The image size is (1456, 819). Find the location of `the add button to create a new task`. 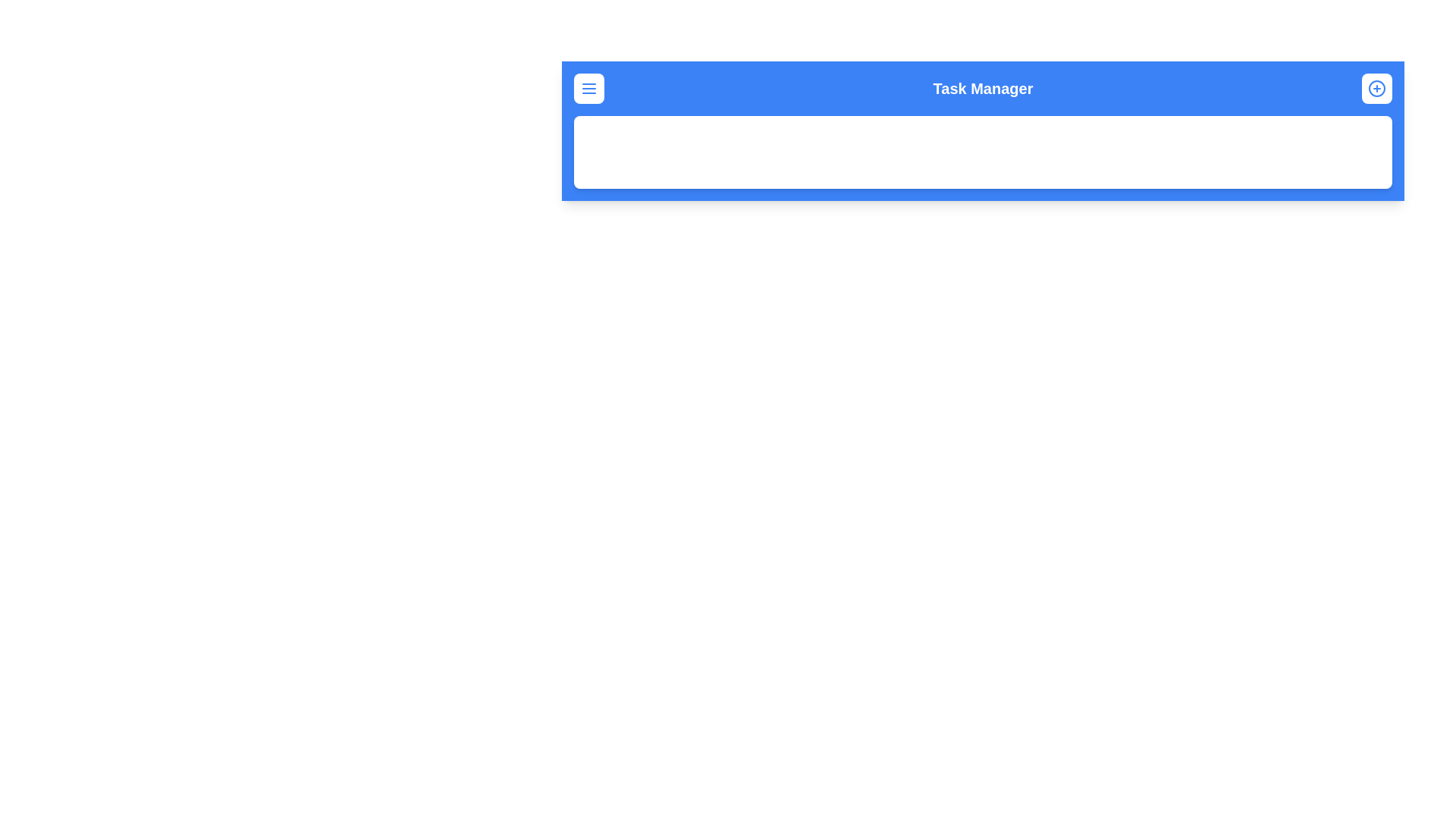

the add button to create a new task is located at coordinates (1376, 88).